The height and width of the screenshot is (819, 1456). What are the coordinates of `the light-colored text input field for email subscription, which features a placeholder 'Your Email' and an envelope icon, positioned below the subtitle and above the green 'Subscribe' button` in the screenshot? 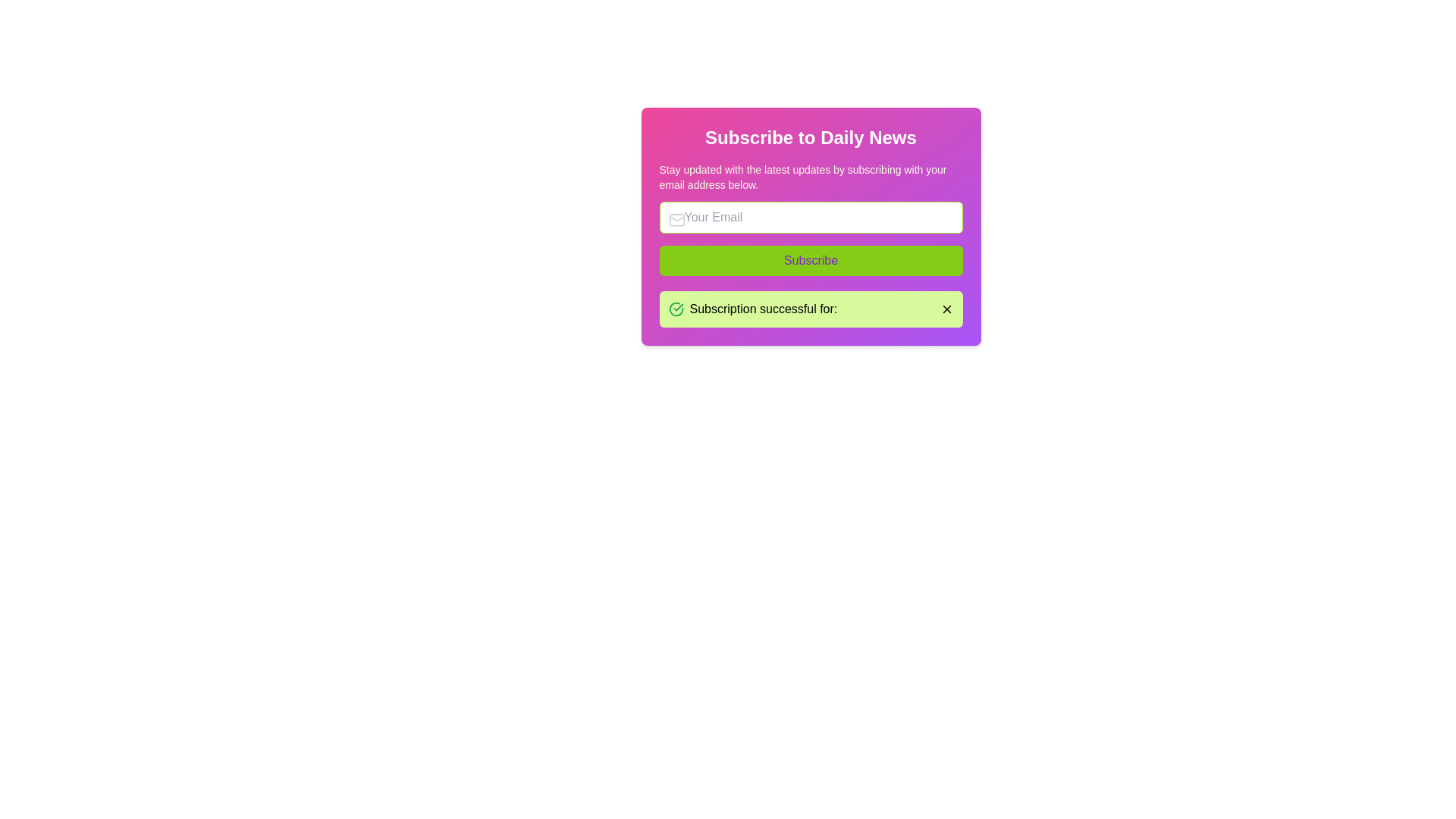 It's located at (810, 227).